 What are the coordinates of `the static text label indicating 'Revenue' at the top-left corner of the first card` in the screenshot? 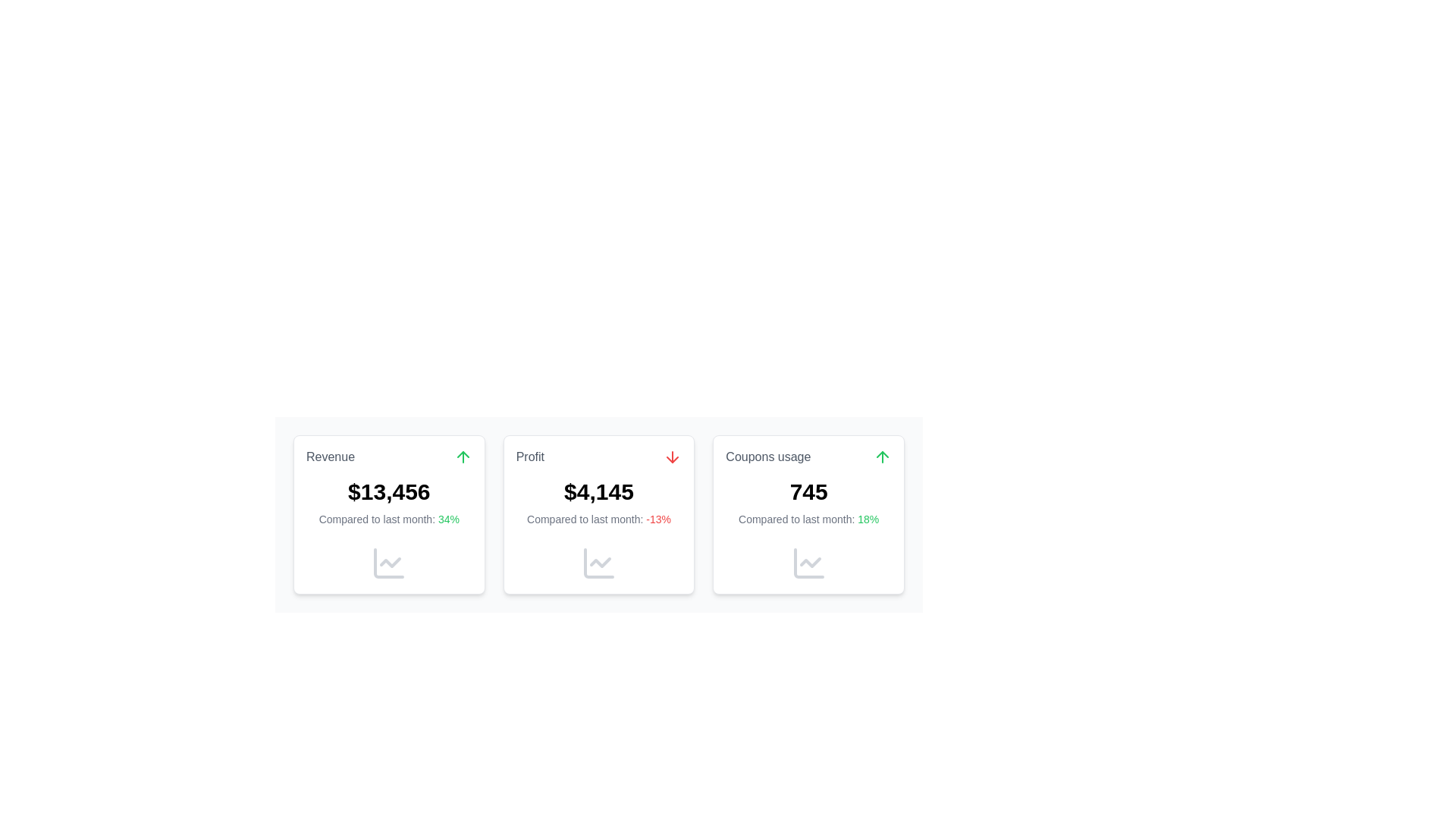 It's located at (330, 456).